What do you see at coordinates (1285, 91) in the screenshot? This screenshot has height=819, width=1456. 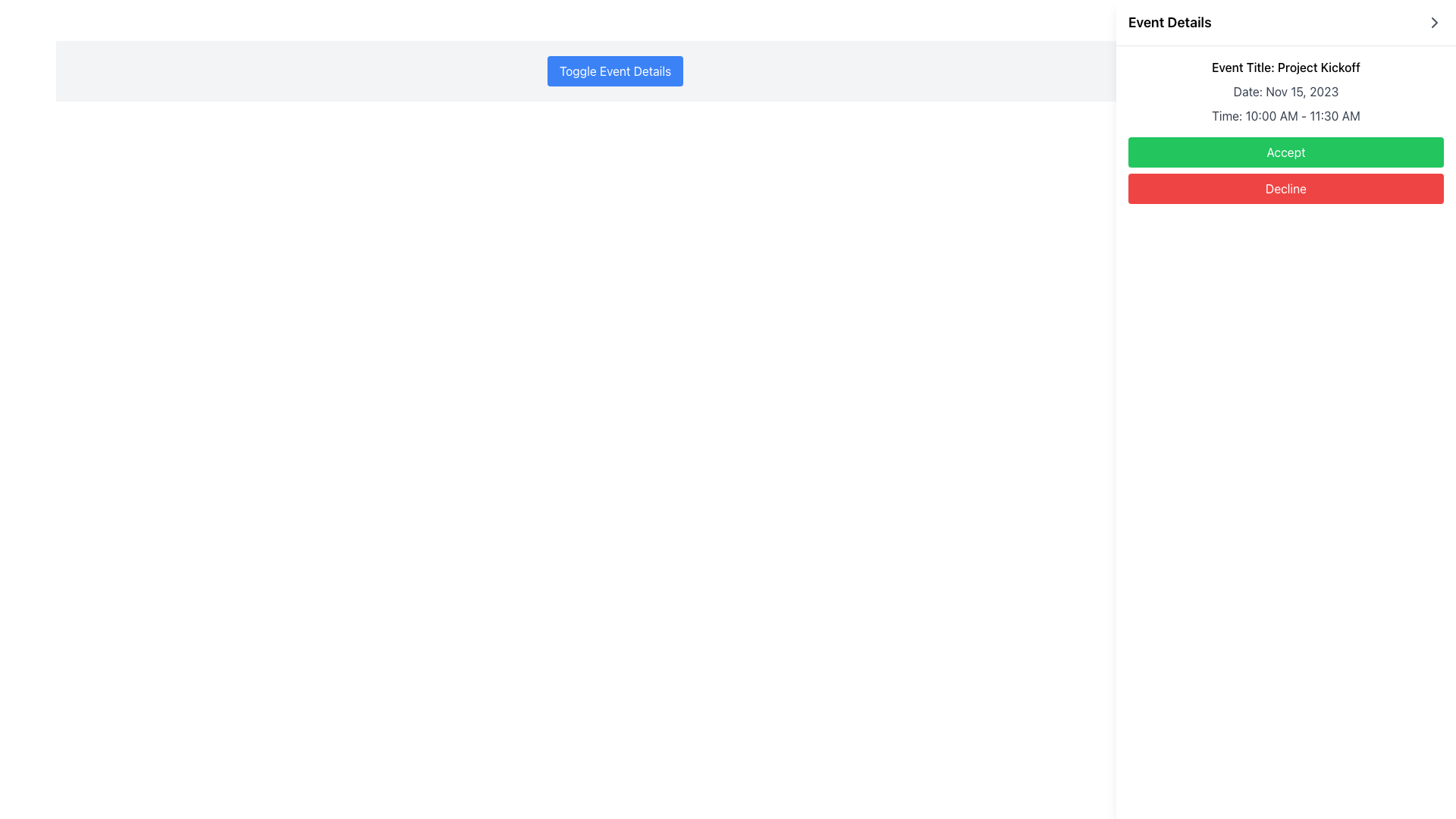 I see `the Text Label displaying 'Date: Nov 15, 2023', which is centrally aligned within the right-side panel under the 'Event Details' heading` at bounding box center [1285, 91].